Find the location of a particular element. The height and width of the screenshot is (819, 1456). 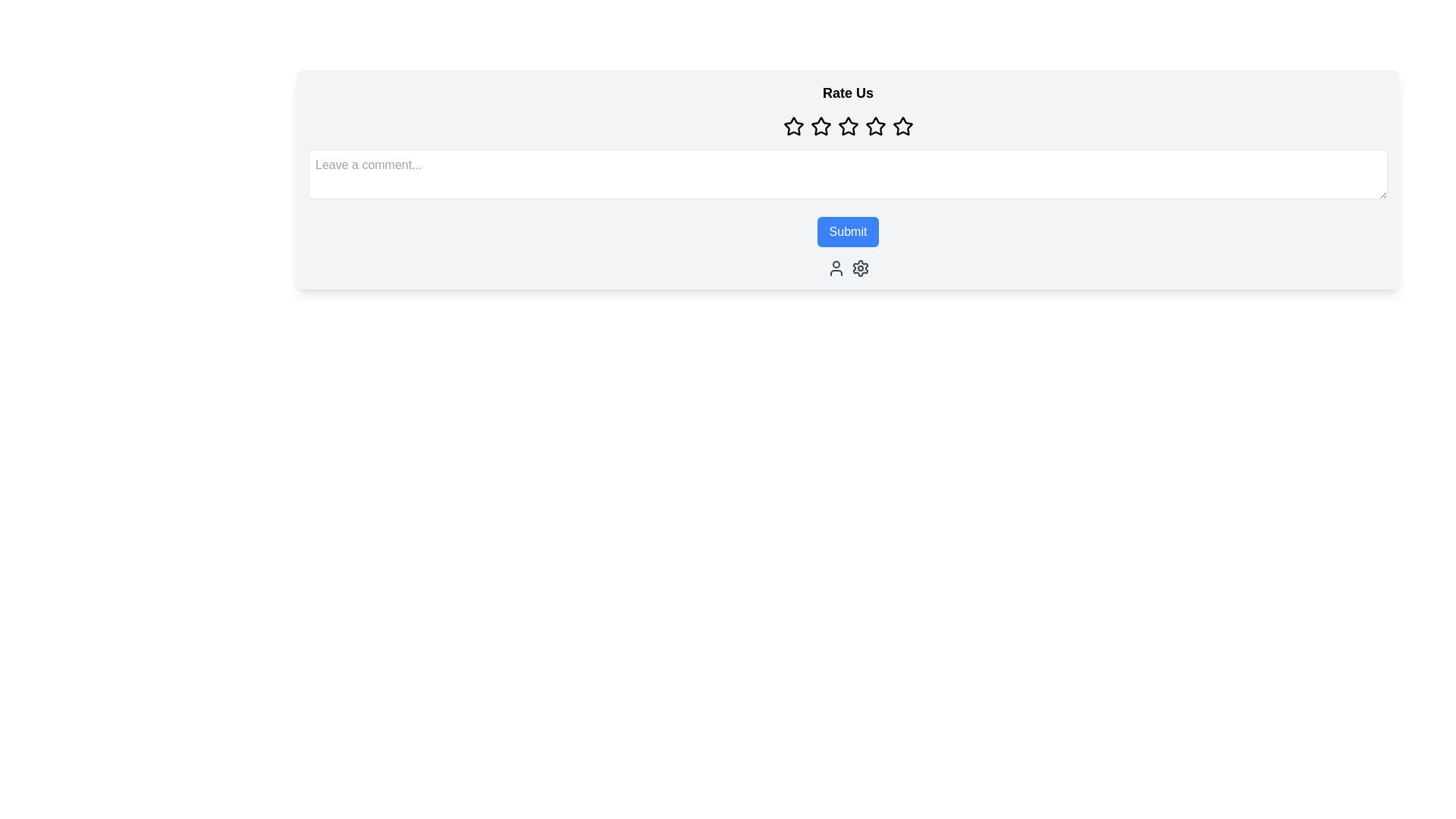

the fourth star in the rating section to set a rating of four out of five stars is located at coordinates (875, 125).